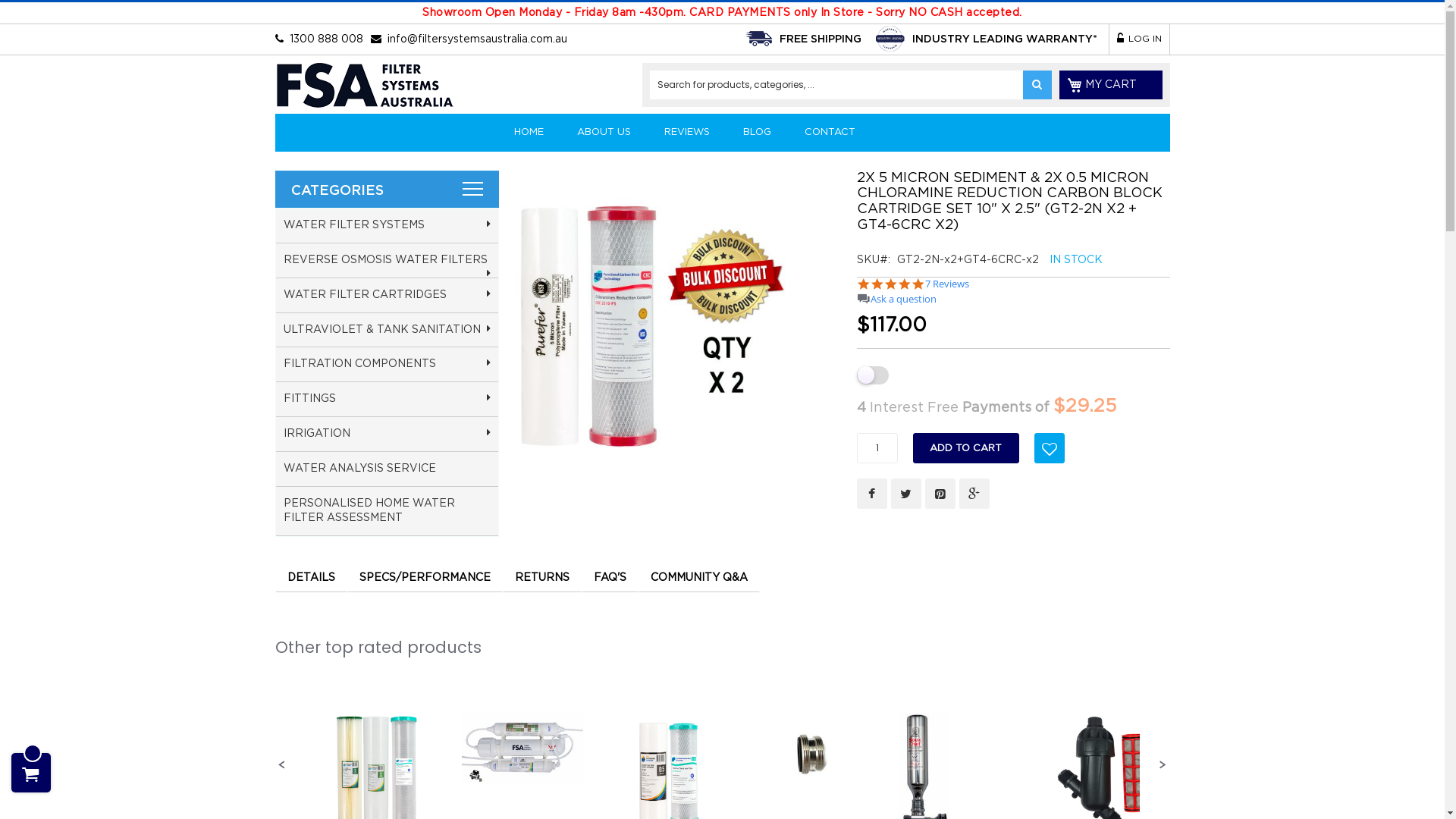 The image size is (1456, 819). I want to click on 'PERSONALISED HOME WATER FILTER ASSESSMENT', so click(387, 511).